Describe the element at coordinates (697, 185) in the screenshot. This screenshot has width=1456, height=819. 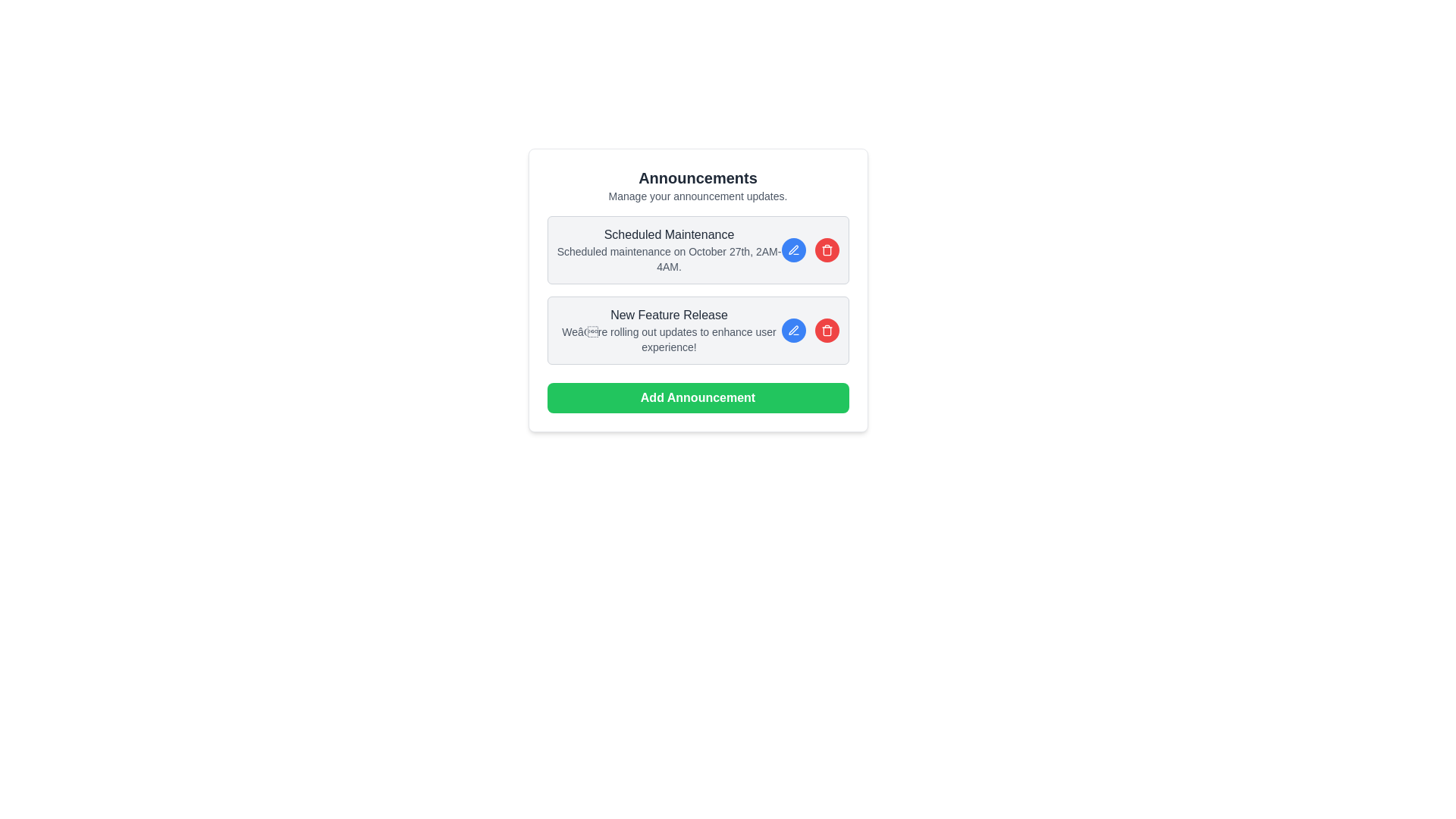
I see `the Label or Text Header element displaying 'Announcements' and 'Manage your announcement updates.'` at that location.